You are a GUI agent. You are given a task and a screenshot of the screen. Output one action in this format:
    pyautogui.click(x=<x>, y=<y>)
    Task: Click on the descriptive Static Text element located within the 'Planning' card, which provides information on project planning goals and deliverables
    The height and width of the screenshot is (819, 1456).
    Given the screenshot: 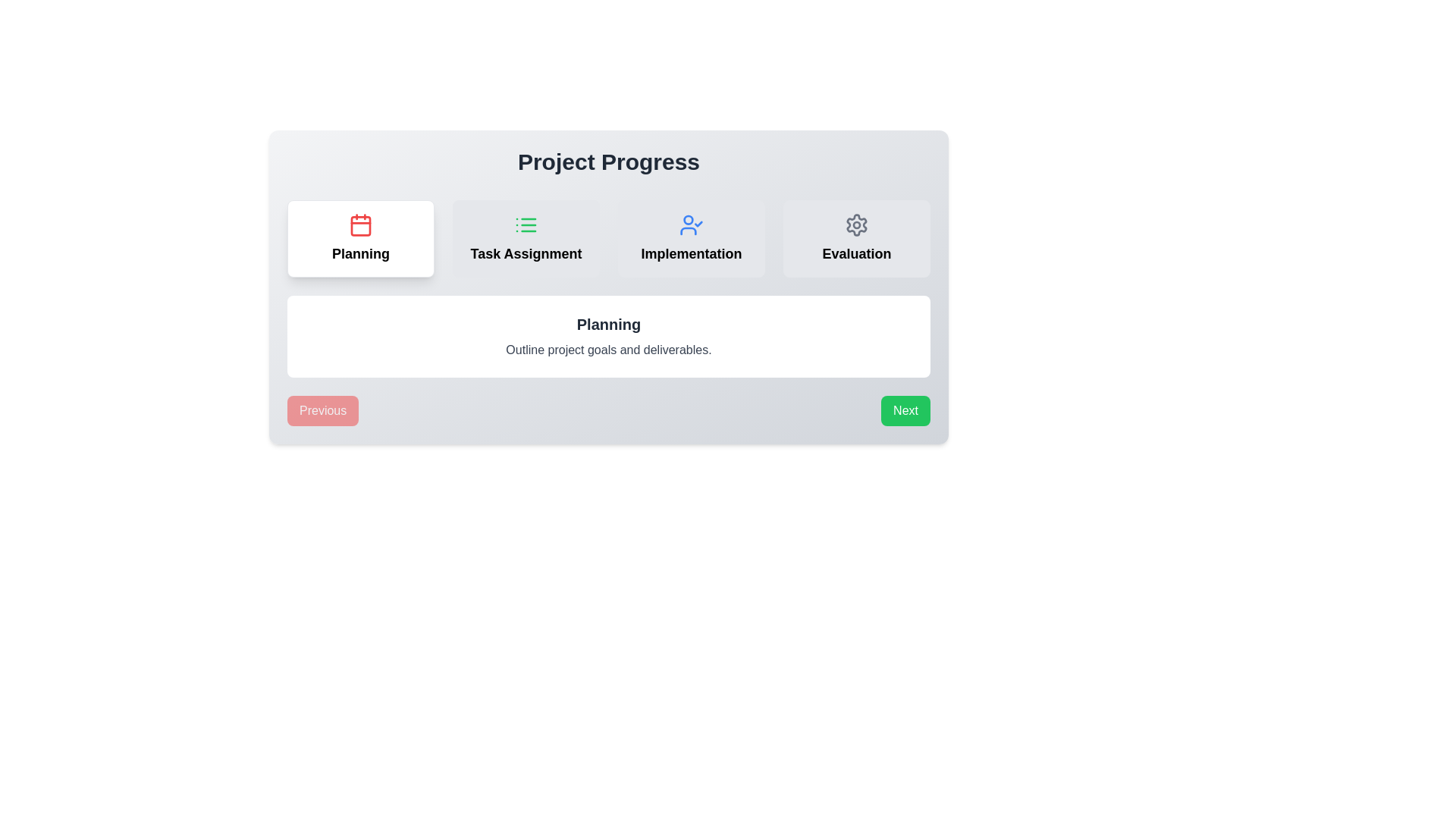 What is the action you would take?
    pyautogui.click(x=608, y=350)
    